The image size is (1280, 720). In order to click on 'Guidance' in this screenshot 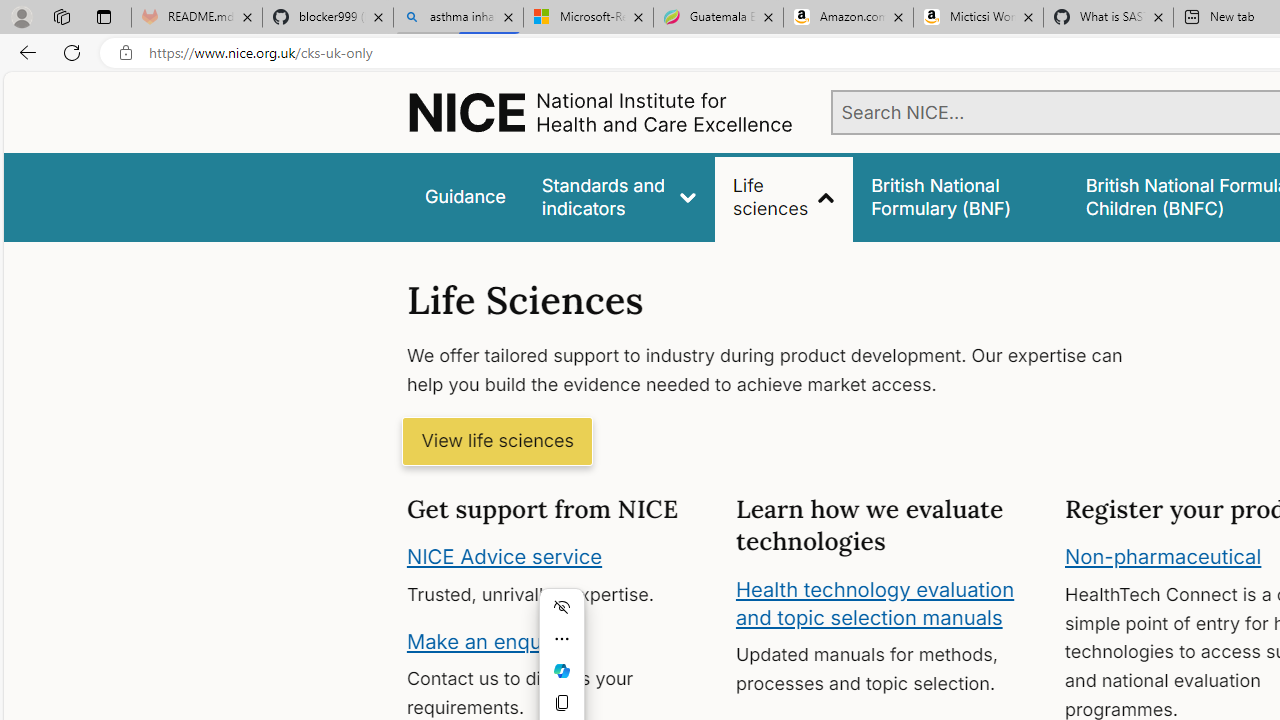, I will do `click(463, 197)`.